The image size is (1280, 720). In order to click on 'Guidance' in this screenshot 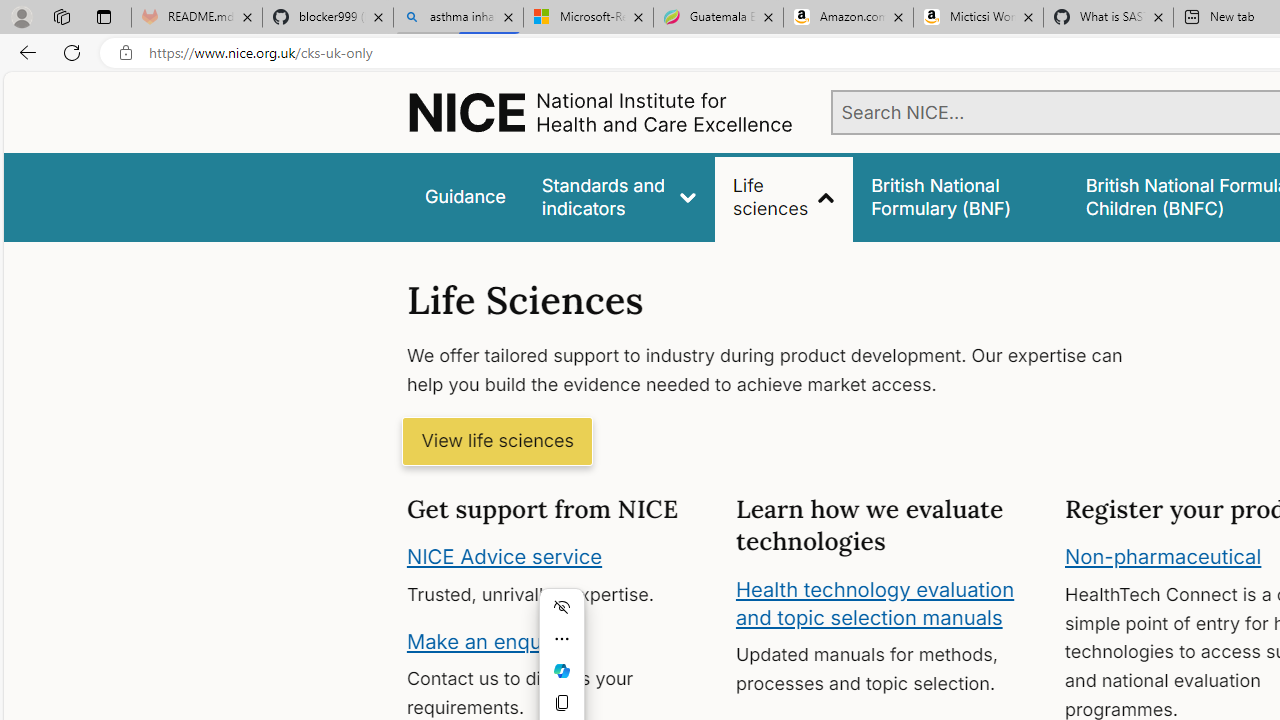, I will do `click(463, 197)`.